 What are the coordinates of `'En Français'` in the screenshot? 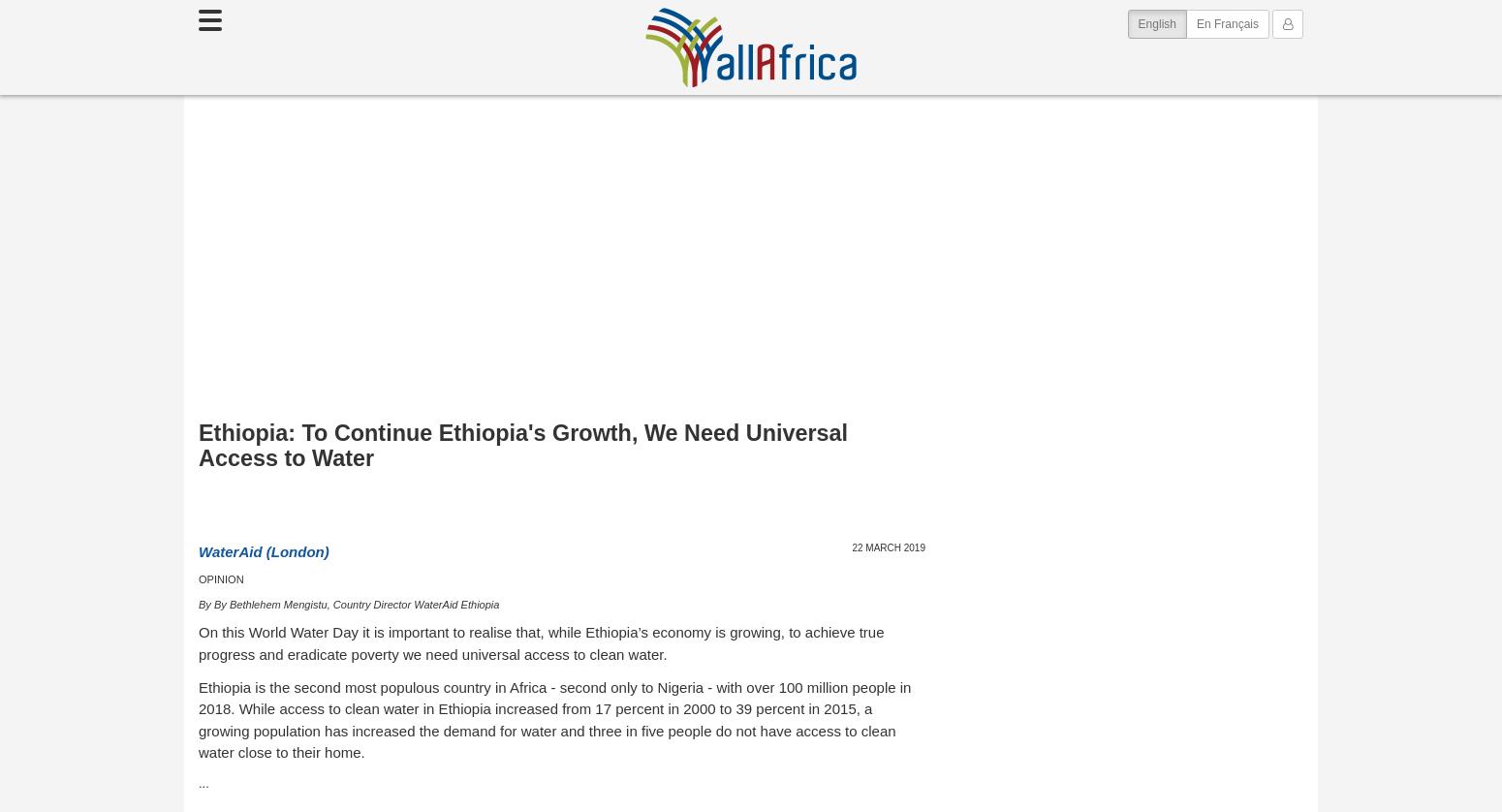 It's located at (1226, 23).